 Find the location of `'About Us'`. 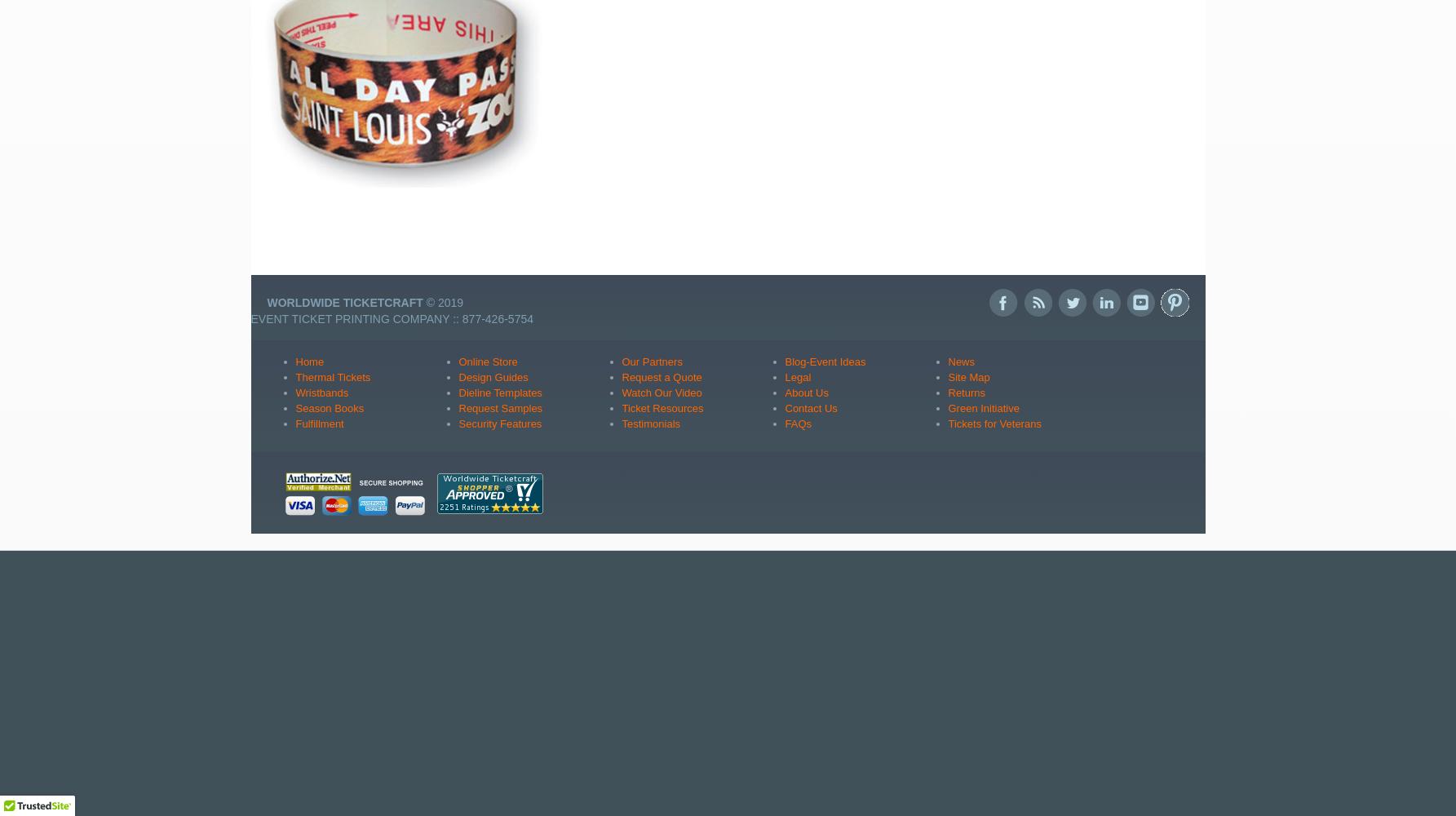

'About Us' is located at coordinates (805, 391).